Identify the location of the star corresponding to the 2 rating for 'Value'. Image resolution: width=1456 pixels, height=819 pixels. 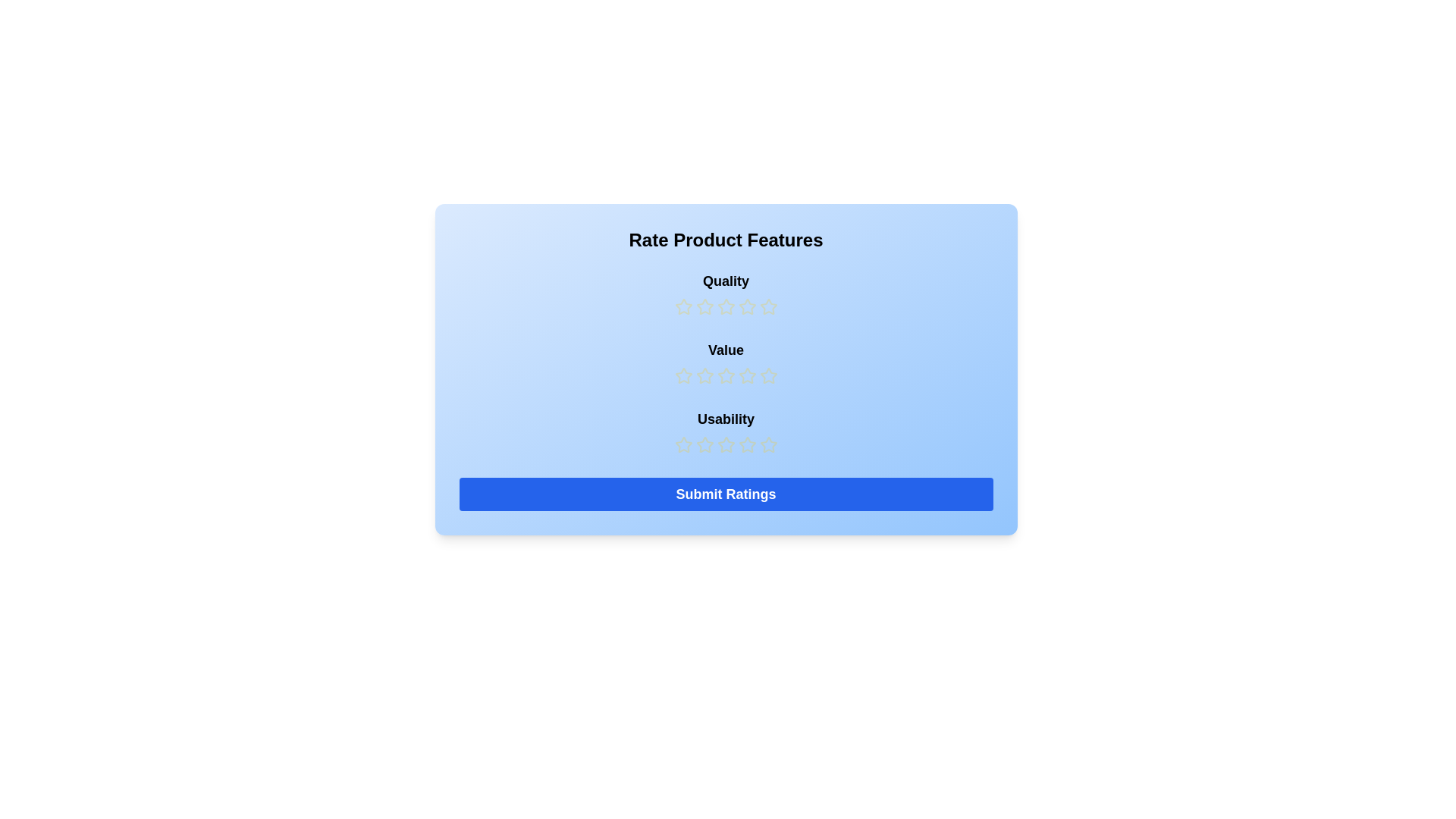
(704, 375).